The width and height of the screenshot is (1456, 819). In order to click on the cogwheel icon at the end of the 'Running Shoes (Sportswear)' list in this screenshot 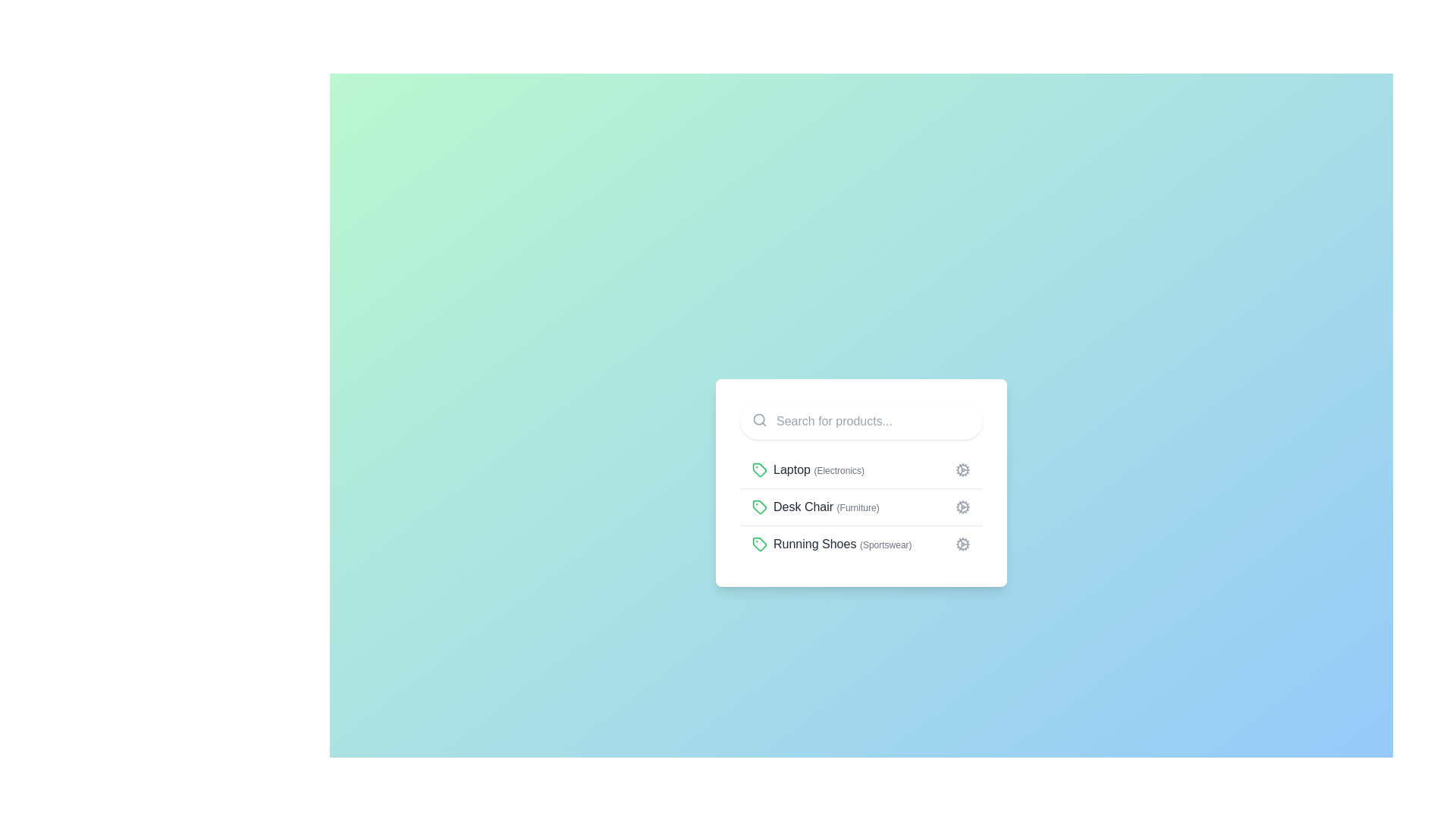, I will do `click(962, 543)`.